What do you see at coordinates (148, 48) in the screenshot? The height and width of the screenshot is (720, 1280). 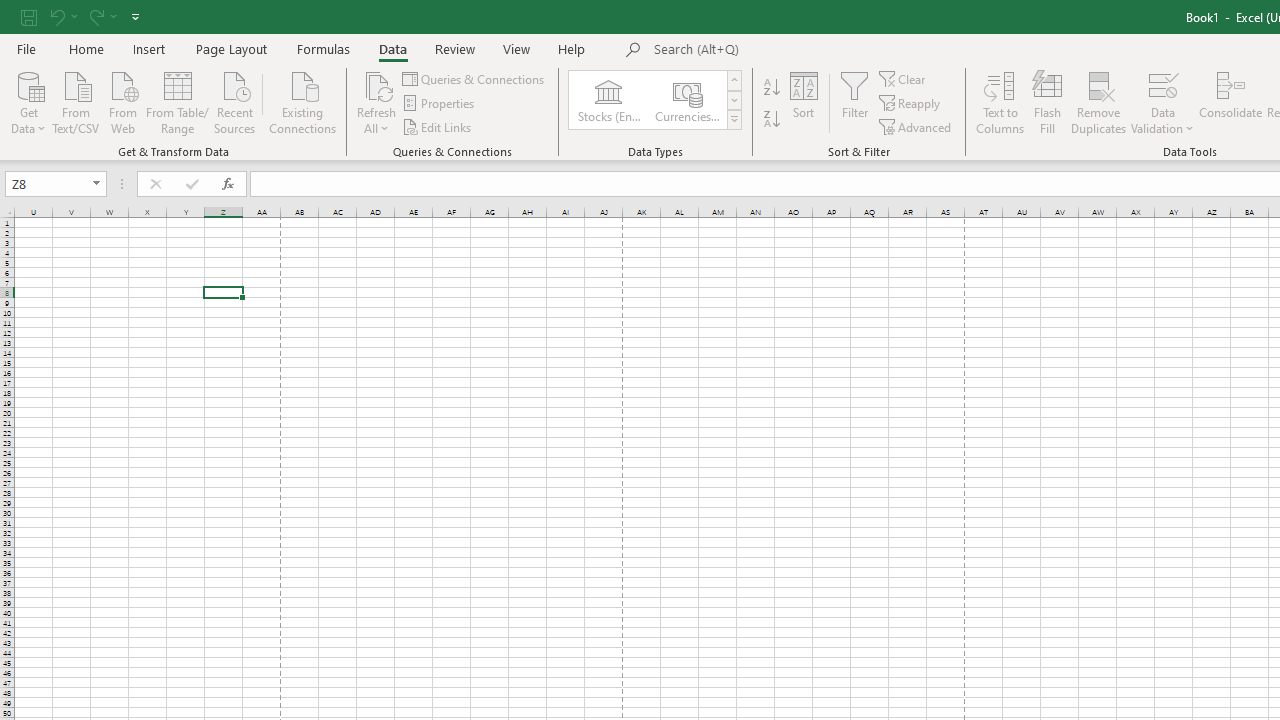 I see `'Insert'` at bounding box center [148, 48].